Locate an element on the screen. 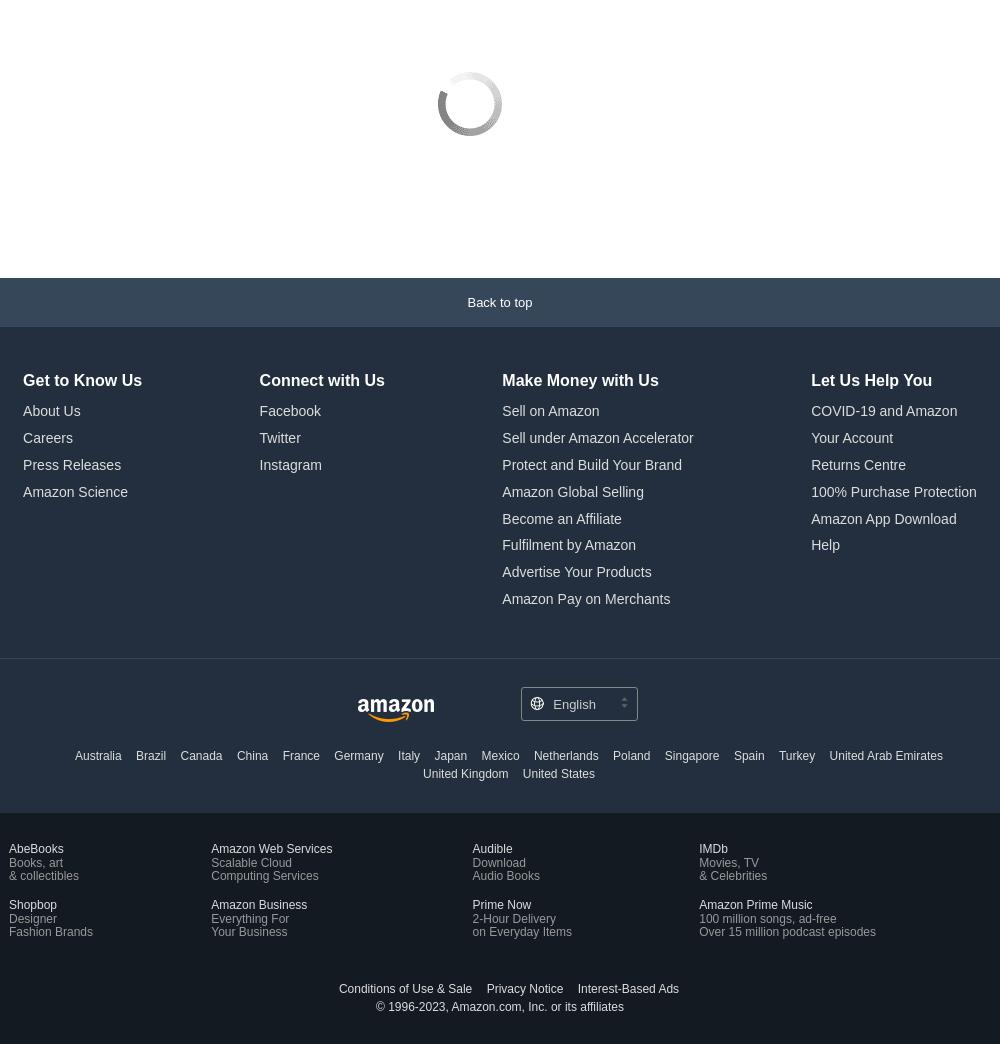 The image size is (1000, 1044). 'Germany' is located at coordinates (357, 755).